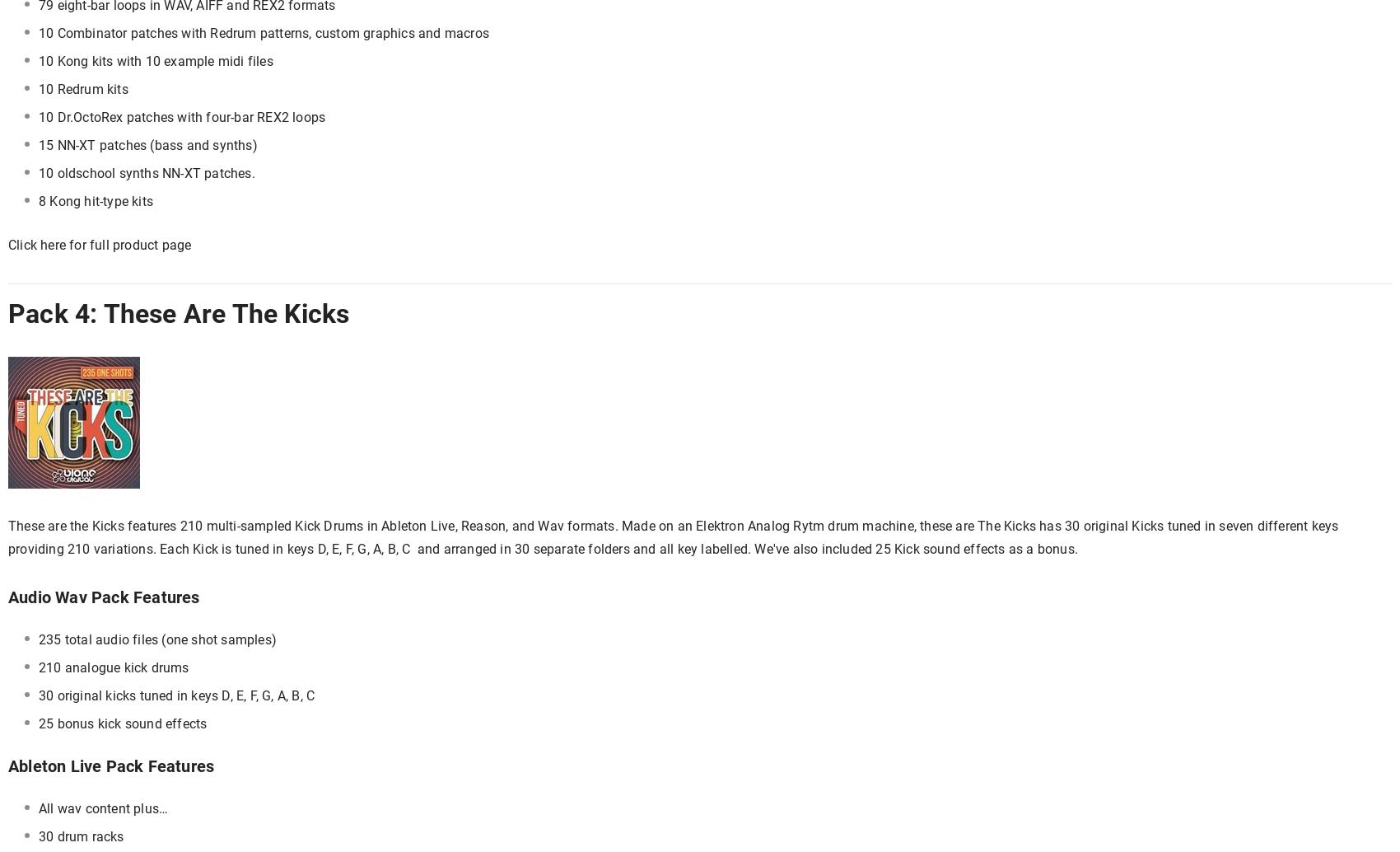 The width and height of the screenshot is (1400, 852). Describe the element at coordinates (102, 597) in the screenshot. I see `'Audio Wav Pack Features'` at that location.